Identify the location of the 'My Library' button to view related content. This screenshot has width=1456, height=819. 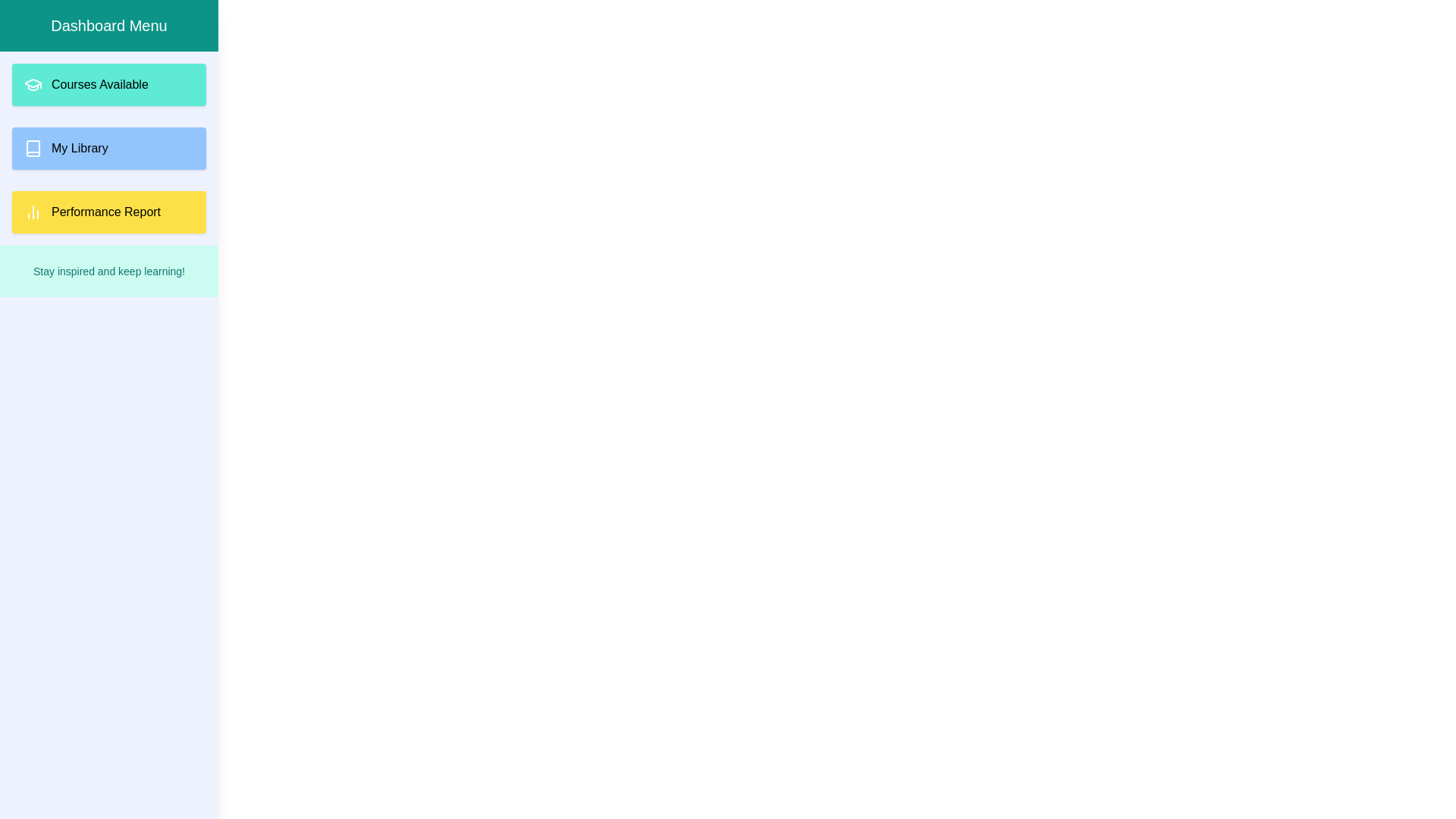
(108, 149).